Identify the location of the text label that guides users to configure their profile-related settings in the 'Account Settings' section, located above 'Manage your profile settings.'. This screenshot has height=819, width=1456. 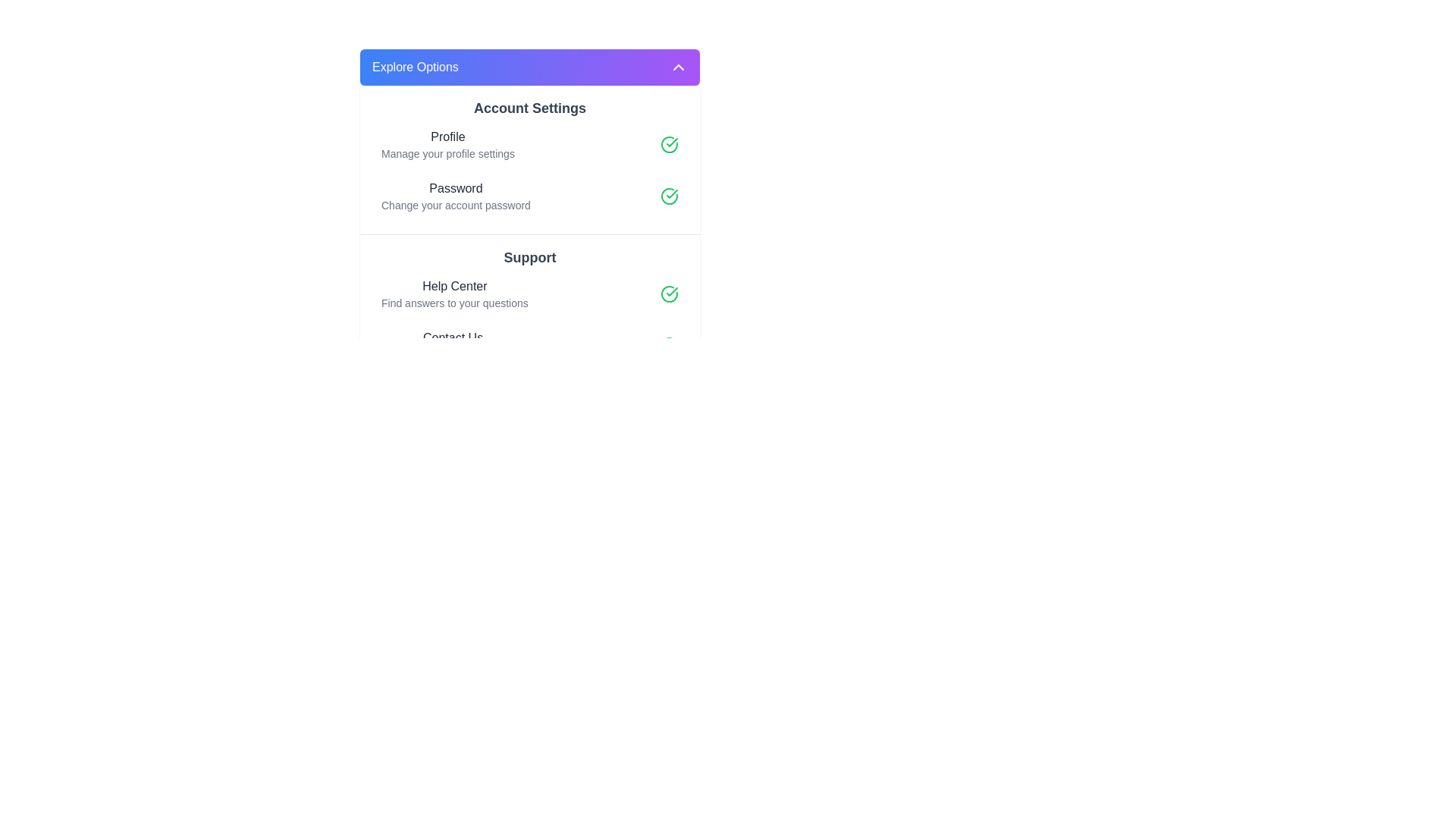
(447, 137).